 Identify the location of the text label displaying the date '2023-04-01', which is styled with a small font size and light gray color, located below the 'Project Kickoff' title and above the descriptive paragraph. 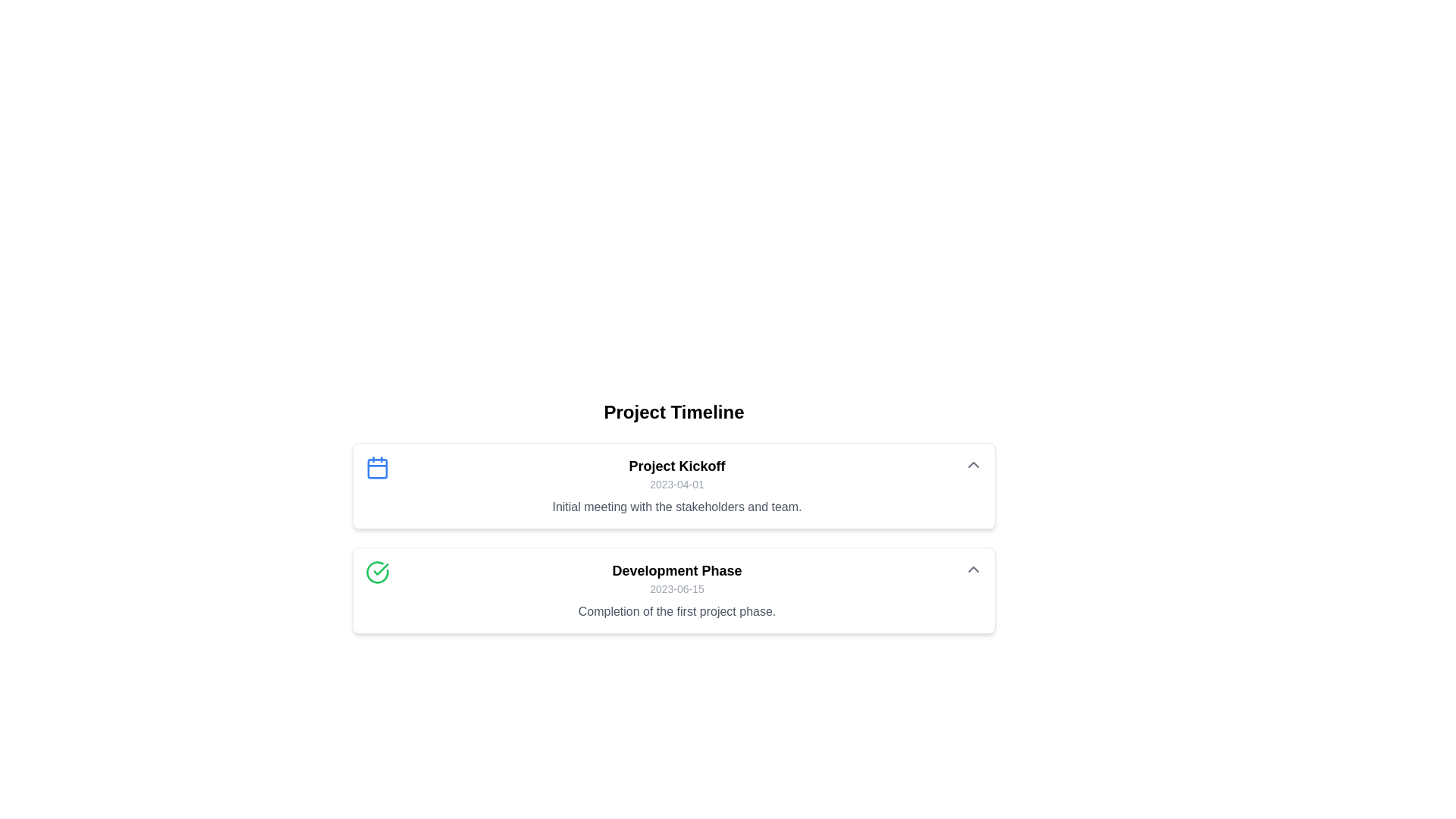
(676, 485).